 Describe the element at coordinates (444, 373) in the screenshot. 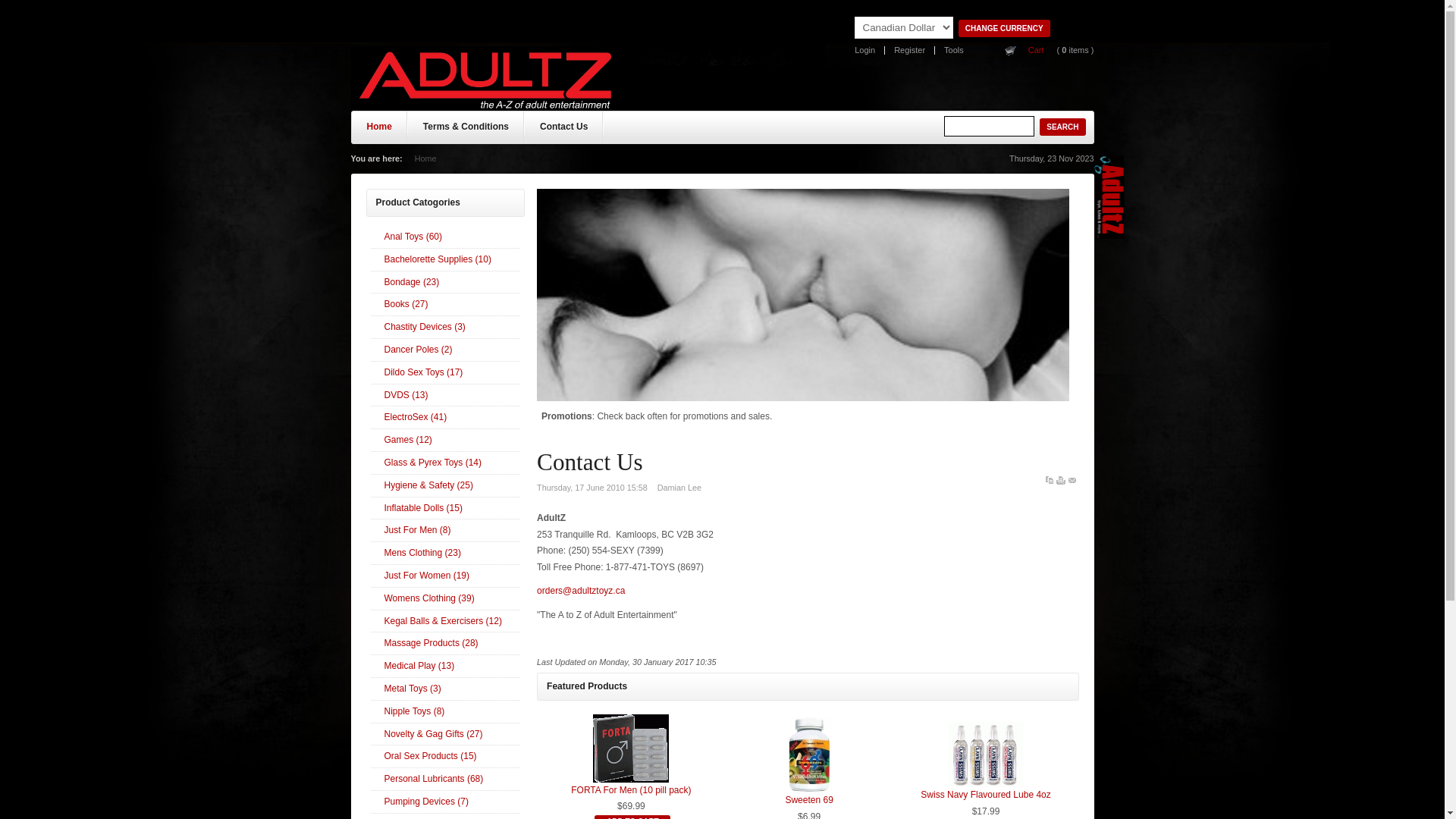

I see `'Dildo Sex Toys (17)'` at that location.